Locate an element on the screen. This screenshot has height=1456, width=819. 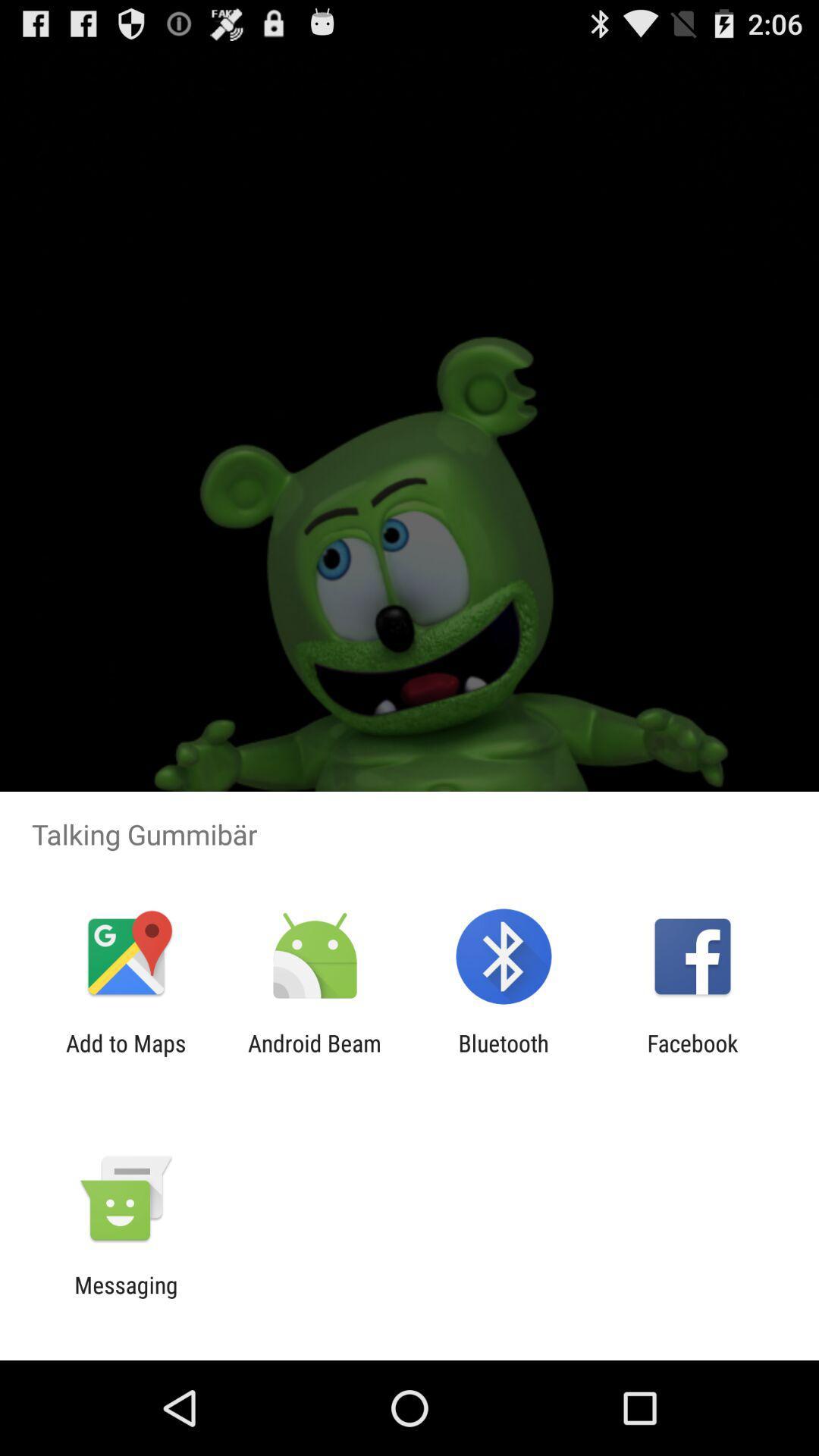
the add to maps app is located at coordinates (125, 1056).